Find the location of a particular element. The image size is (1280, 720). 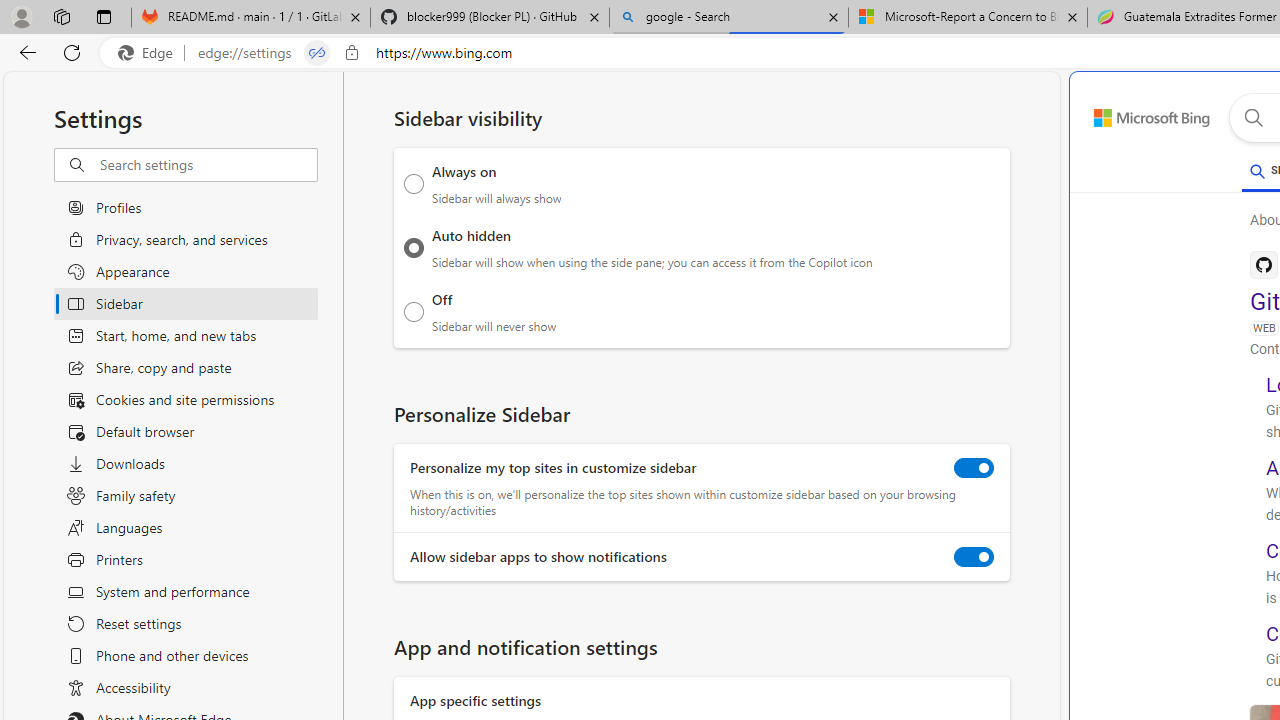

'Personalize my top sites in customize sidebar' is located at coordinates (974, 468).